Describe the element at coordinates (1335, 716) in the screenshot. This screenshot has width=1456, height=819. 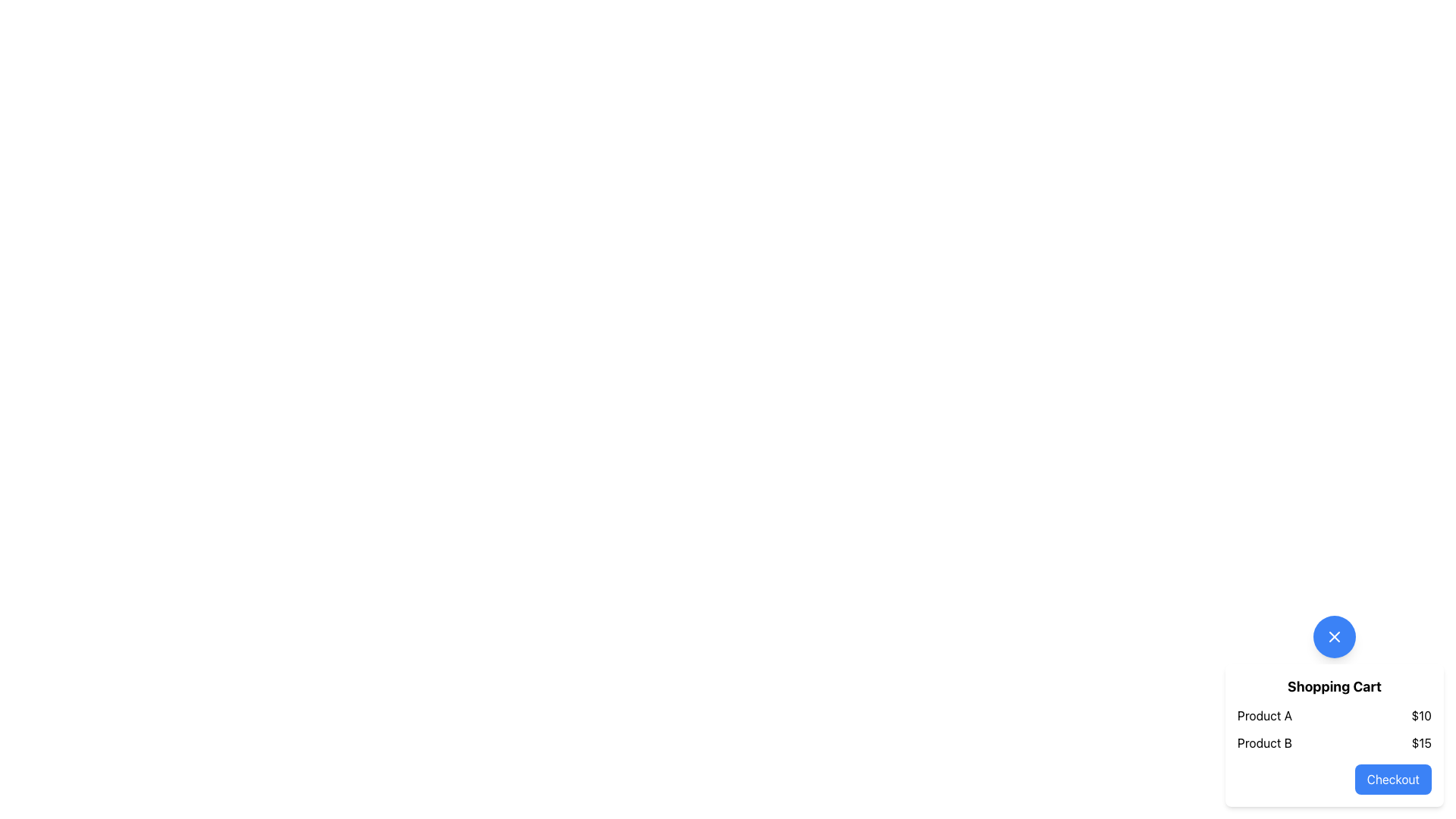
I see `first item in the shopping cart labeled 'Product A' with a price of '$10' by clicking on its center point` at that location.